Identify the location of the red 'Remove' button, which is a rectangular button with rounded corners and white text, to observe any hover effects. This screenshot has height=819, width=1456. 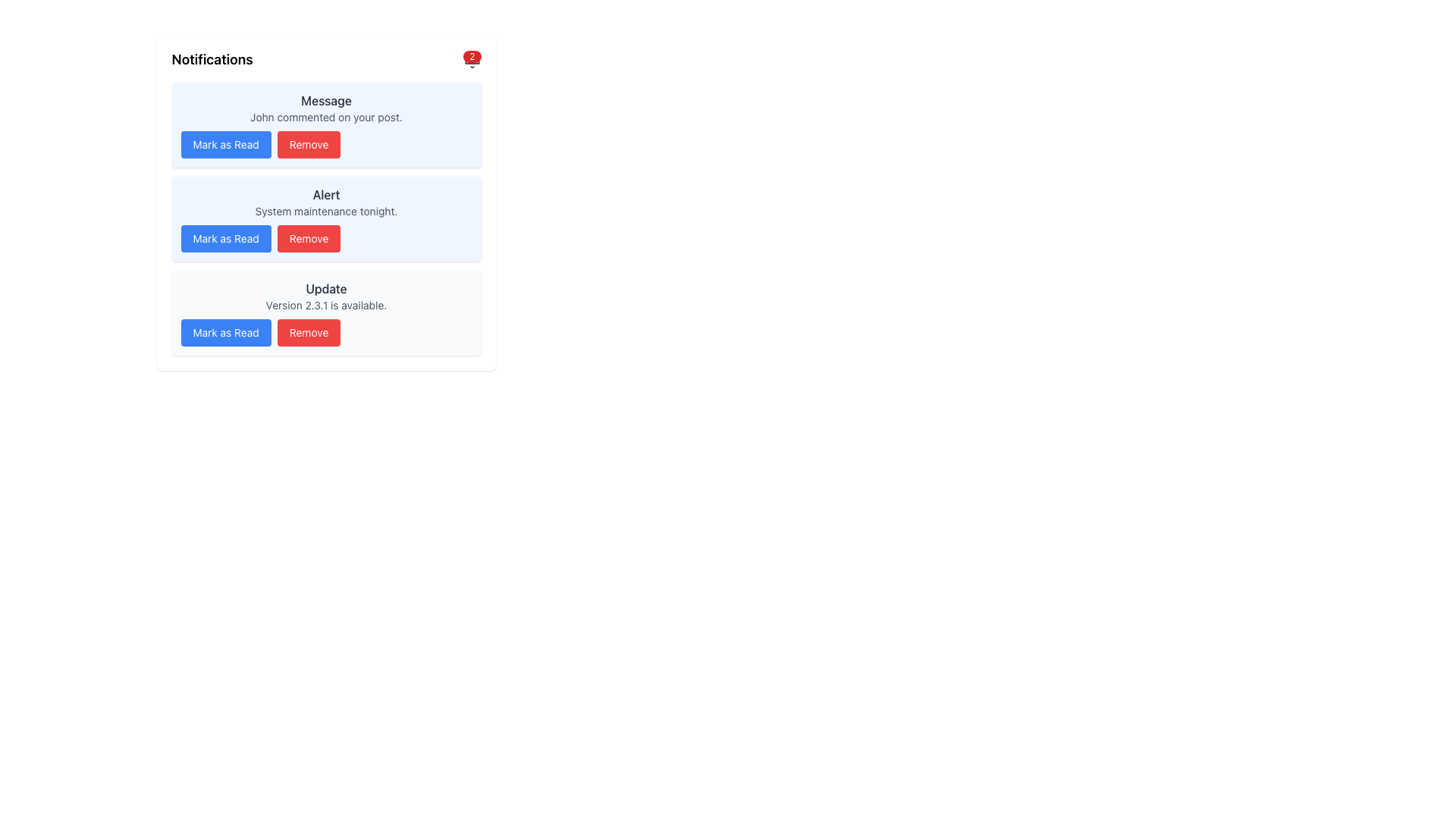
(308, 332).